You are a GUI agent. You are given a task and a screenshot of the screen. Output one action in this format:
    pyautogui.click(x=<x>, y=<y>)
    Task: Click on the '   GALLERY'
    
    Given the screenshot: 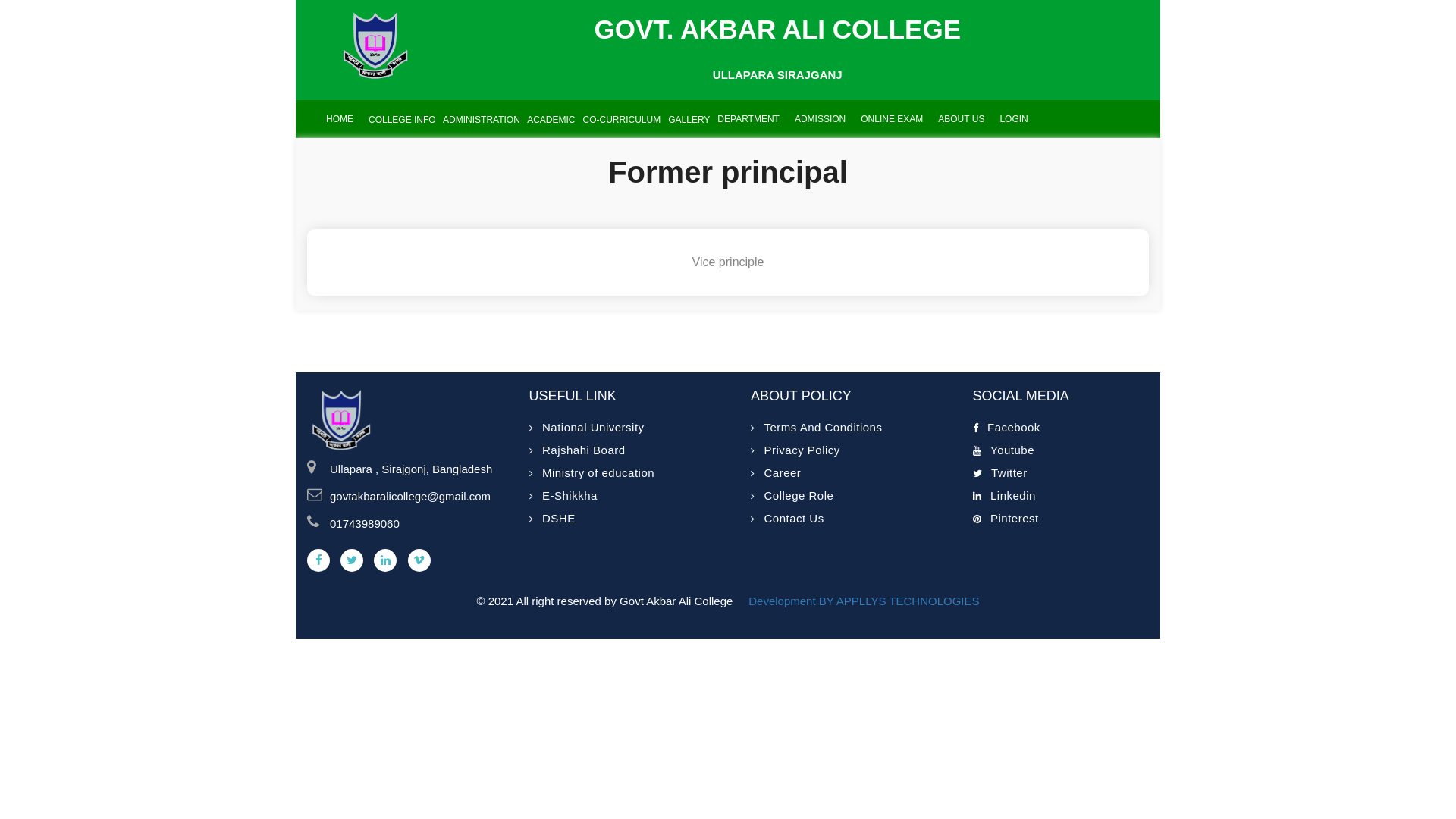 What is the action you would take?
    pyautogui.click(x=684, y=118)
    